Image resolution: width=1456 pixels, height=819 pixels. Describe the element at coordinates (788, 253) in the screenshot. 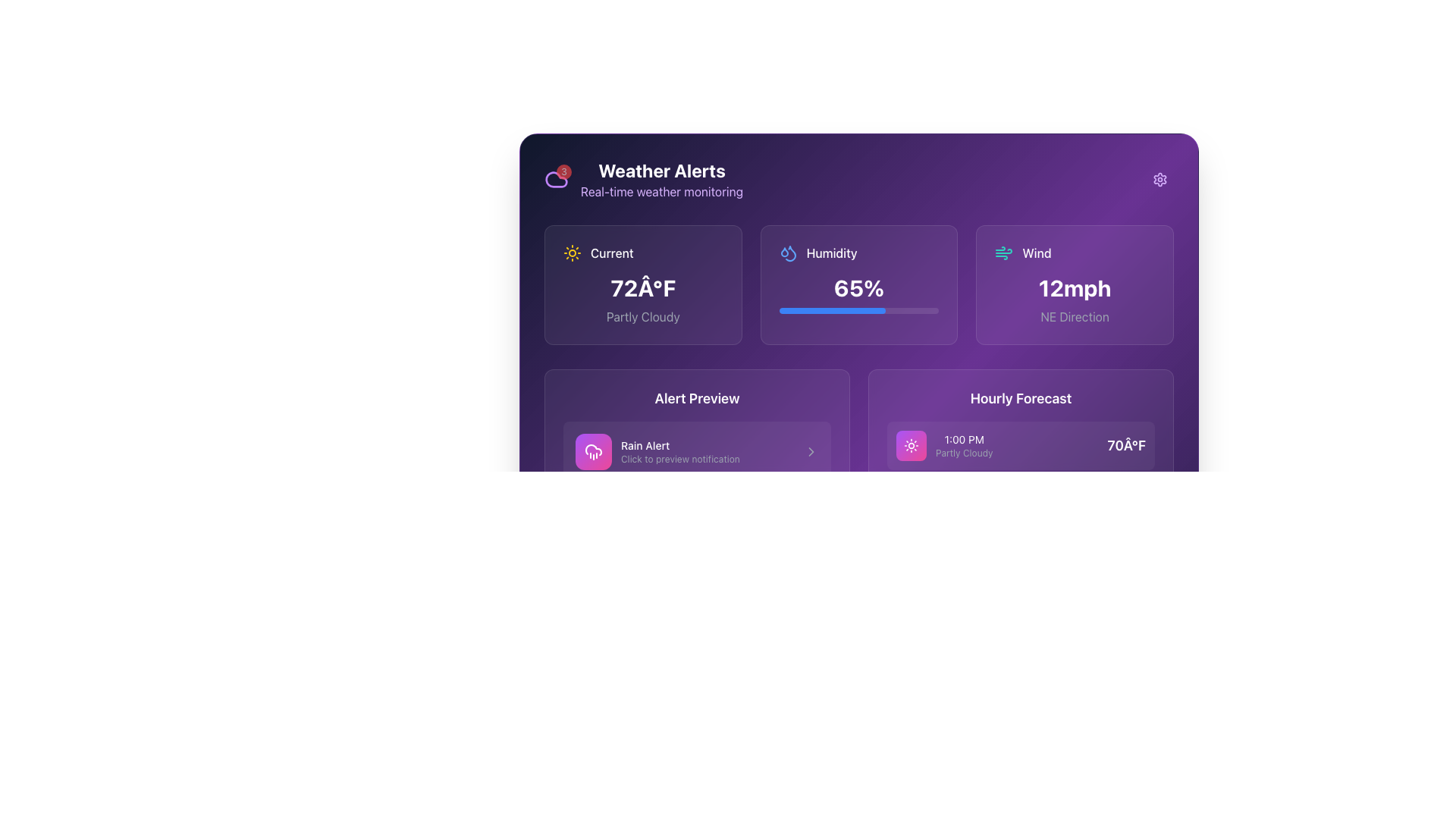

I see `the humidity icon located to the left of the 'Humidity' text and above the numeric percentage value in the UI` at that location.